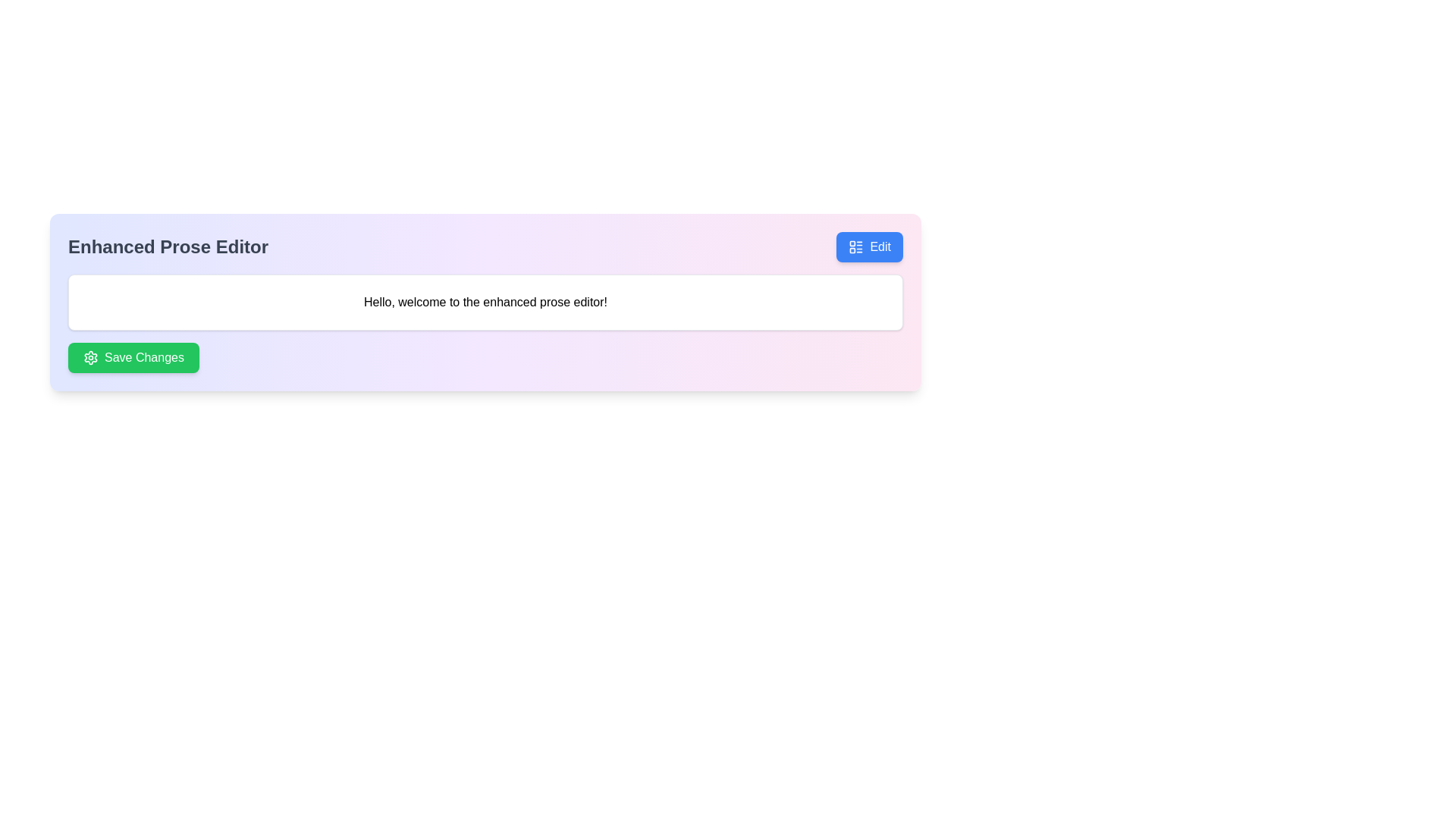 Image resolution: width=1456 pixels, height=819 pixels. Describe the element at coordinates (133, 357) in the screenshot. I see `the 'Save Changes' button with a green background and a settings gear icon` at that location.